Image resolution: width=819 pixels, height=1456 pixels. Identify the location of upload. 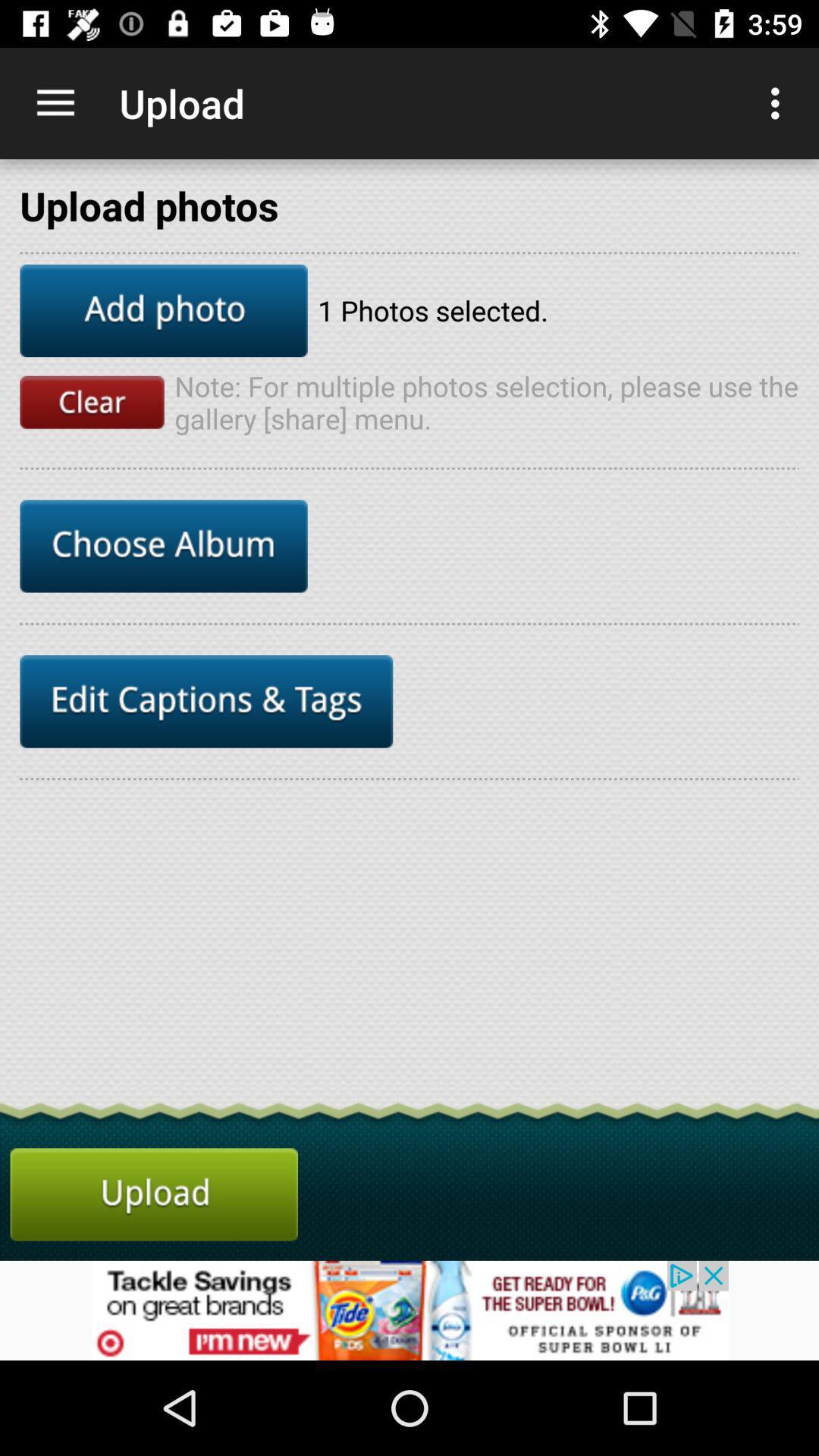
(154, 1194).